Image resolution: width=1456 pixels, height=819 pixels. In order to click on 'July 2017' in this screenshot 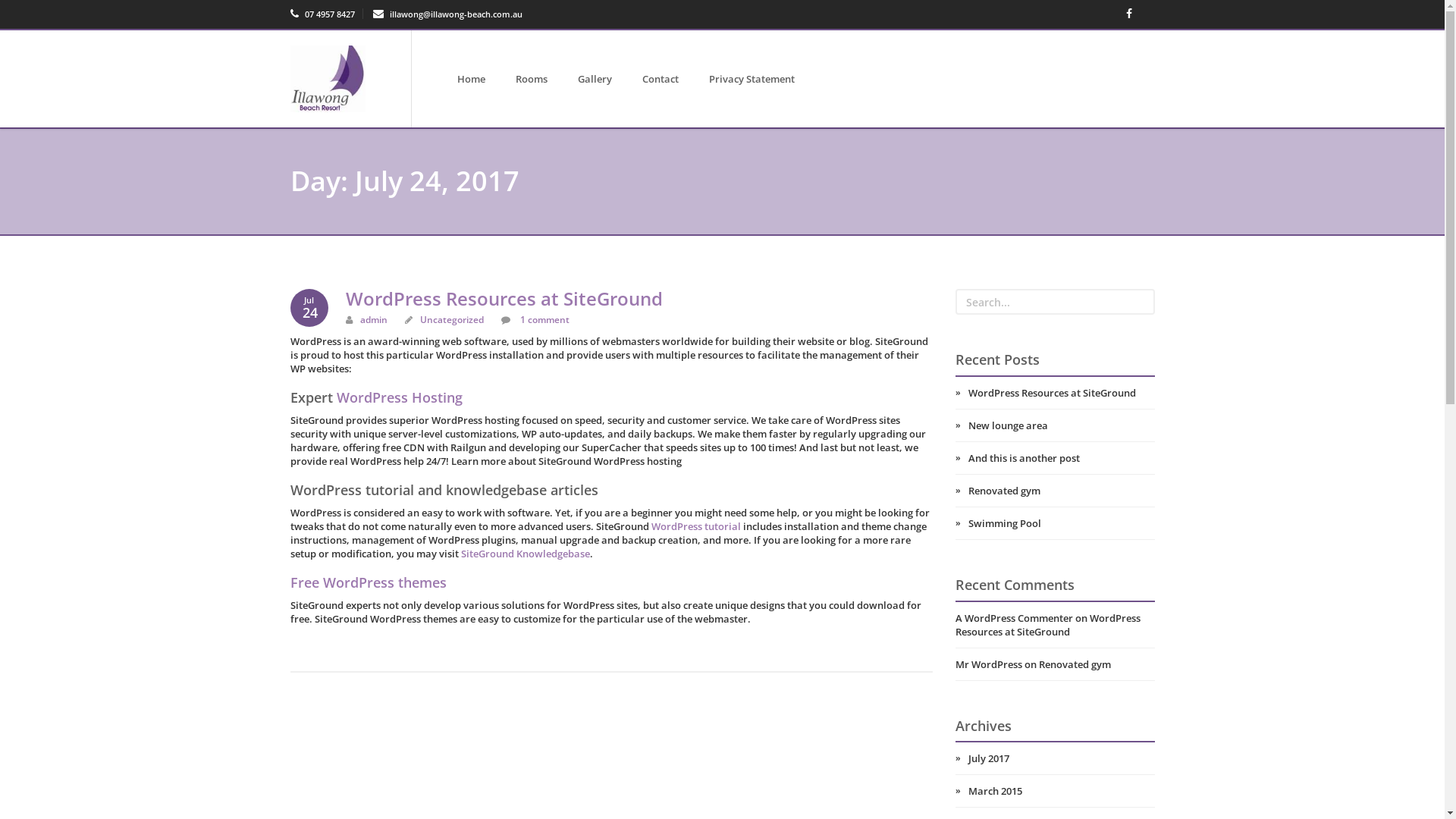, I will do `click(1054, 758)`.